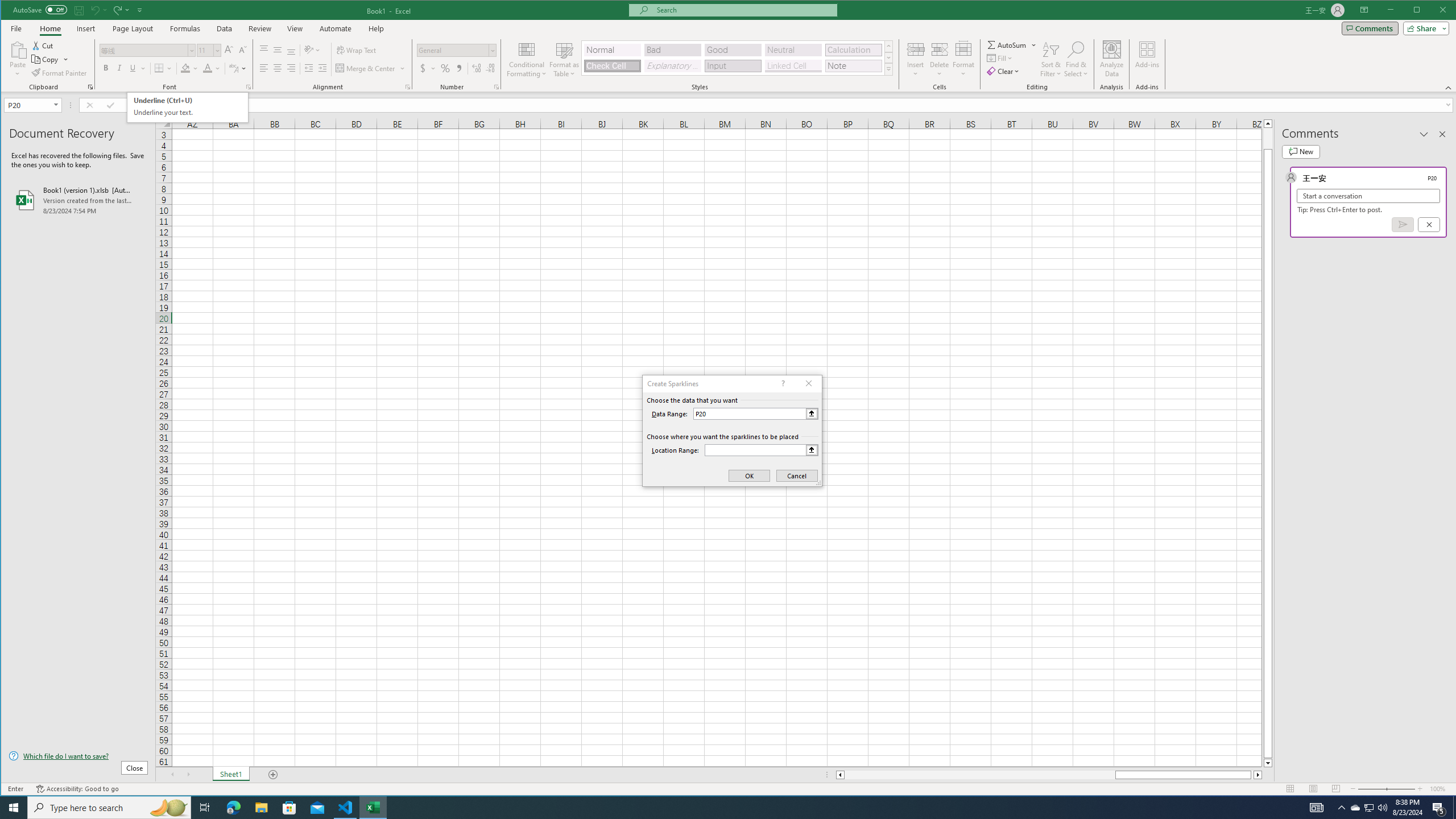  What do you see at coordinates (939, 59) in the screenshot?
I see `'Delete'` at bounding box center [939, 59].